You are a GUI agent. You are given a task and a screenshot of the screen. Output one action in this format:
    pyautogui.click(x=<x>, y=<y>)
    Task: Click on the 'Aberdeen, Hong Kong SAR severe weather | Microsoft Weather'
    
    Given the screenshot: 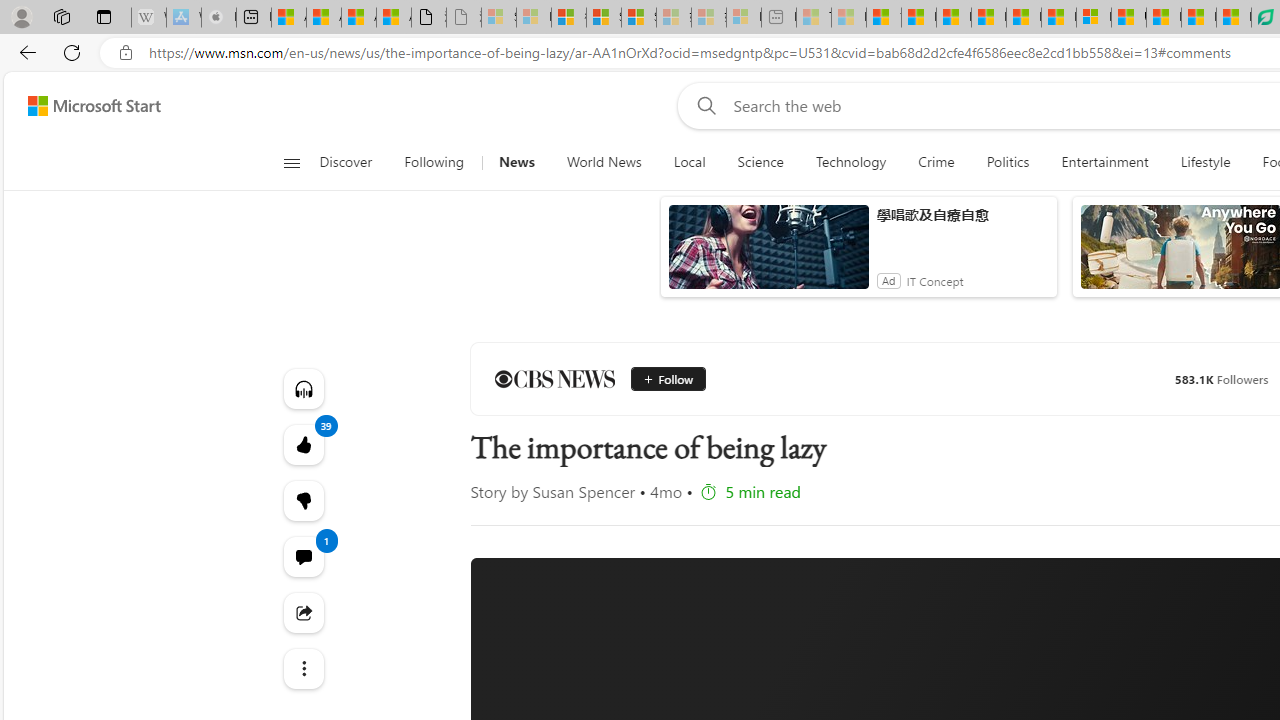 What is the action you would take?
    pyautogui.click(x=394, y=17)
    